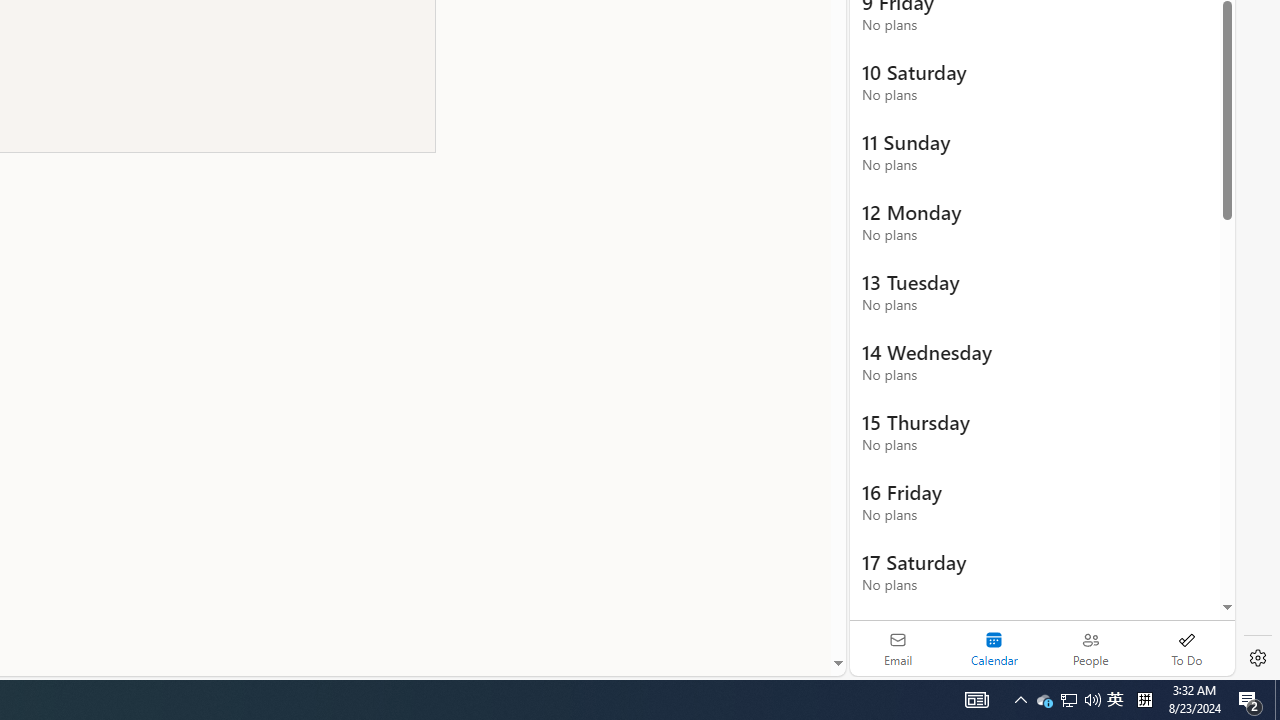 The width and height of the screenshot is (1280, 720). Describe the element at coordinates (897, 648) in the screenshot. I see `'Email'` at that location.